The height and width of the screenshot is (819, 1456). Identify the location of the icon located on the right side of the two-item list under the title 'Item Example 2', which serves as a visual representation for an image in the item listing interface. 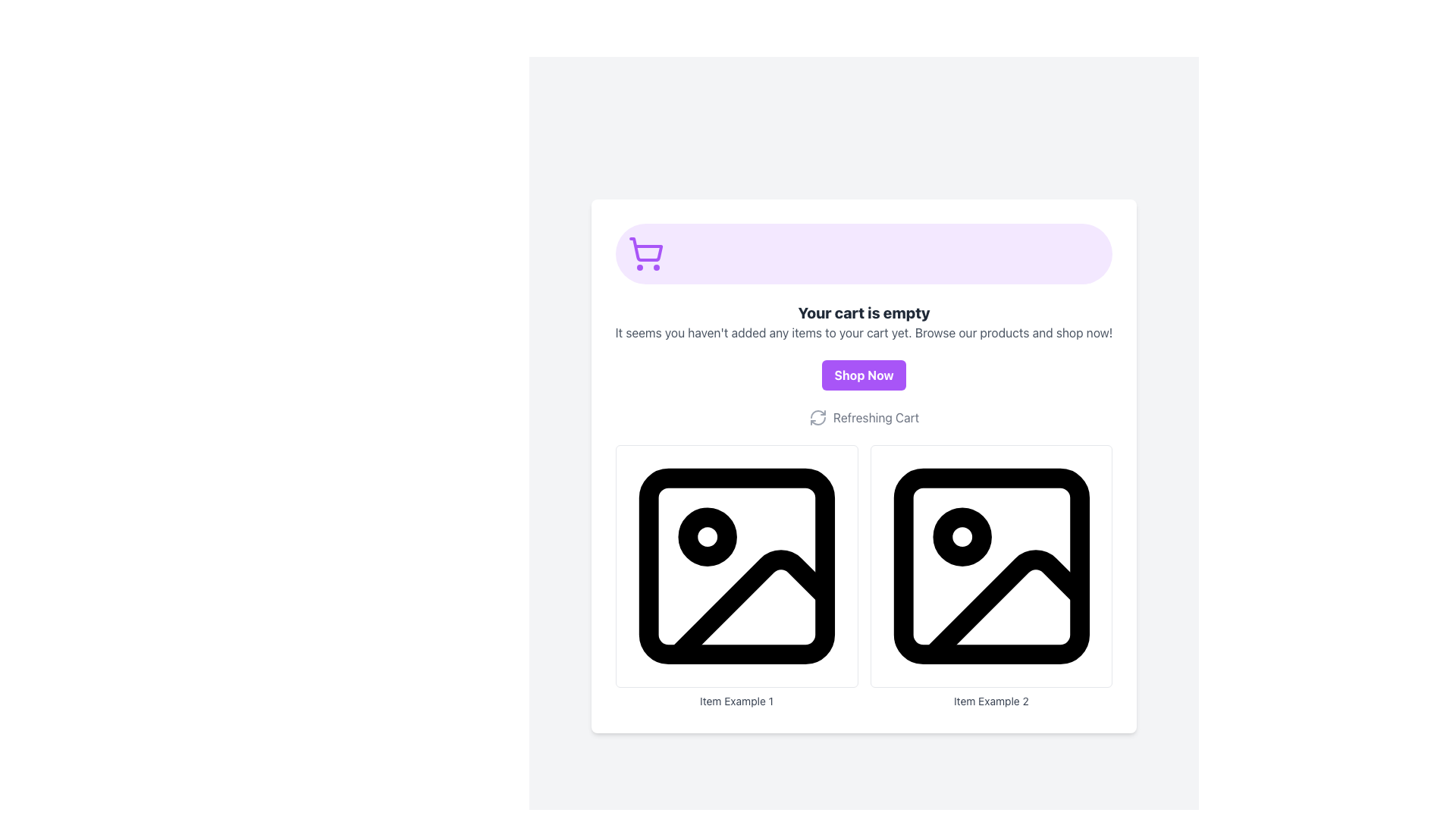
(991, 566).